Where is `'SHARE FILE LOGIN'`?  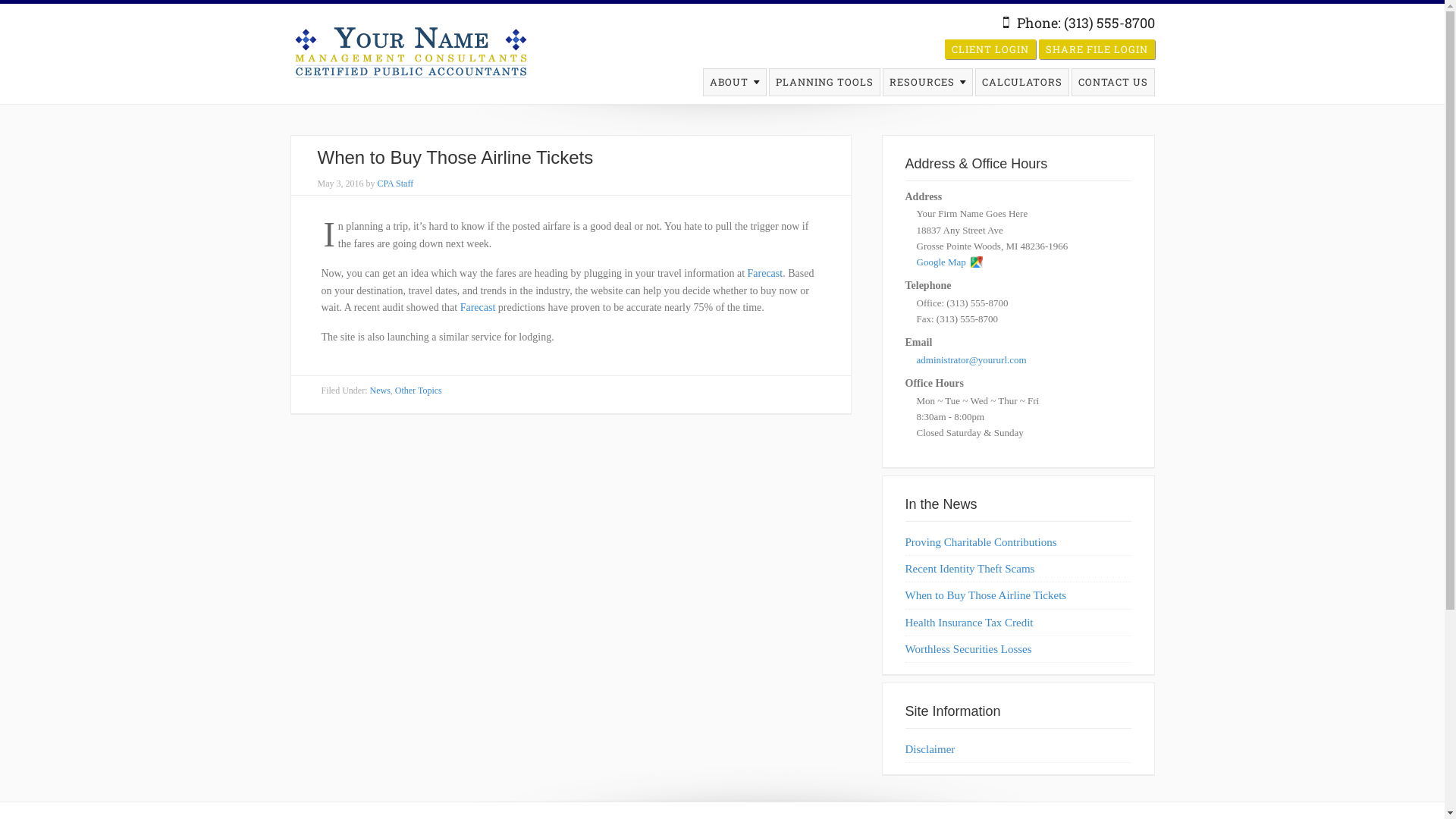
'SHARE FILE LOGIN' is located at coordinates (1097, 49).